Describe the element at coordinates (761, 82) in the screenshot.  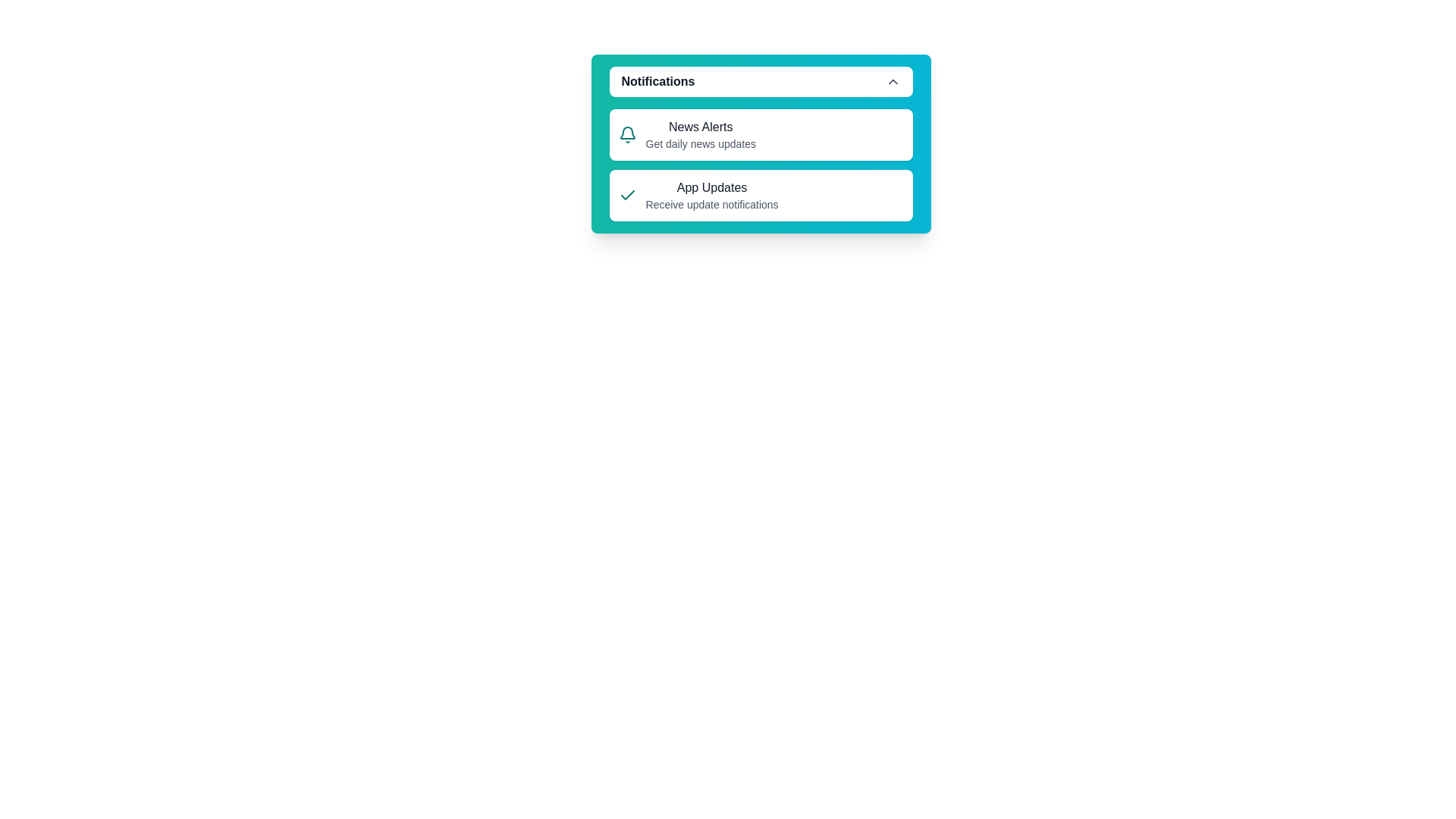
I see `the 'Notifications' button to toggle the visibility of the notification menu` at that location.